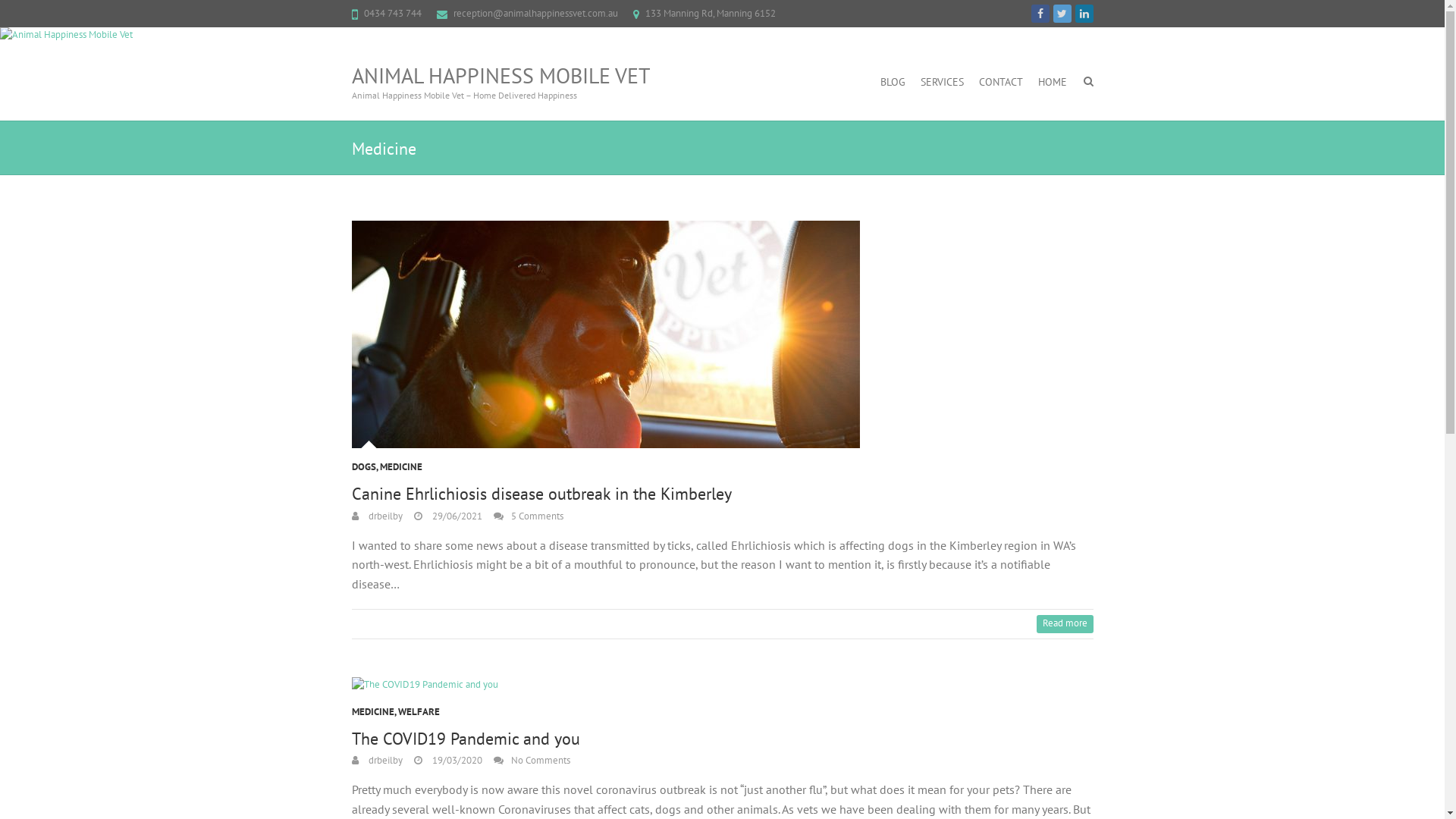 The height and width of the screenshot is (819, 1456). What do you see at coordinates (531, 760) in the screenshot?
I see `'No Comments'` at bounding box center [531, 760].